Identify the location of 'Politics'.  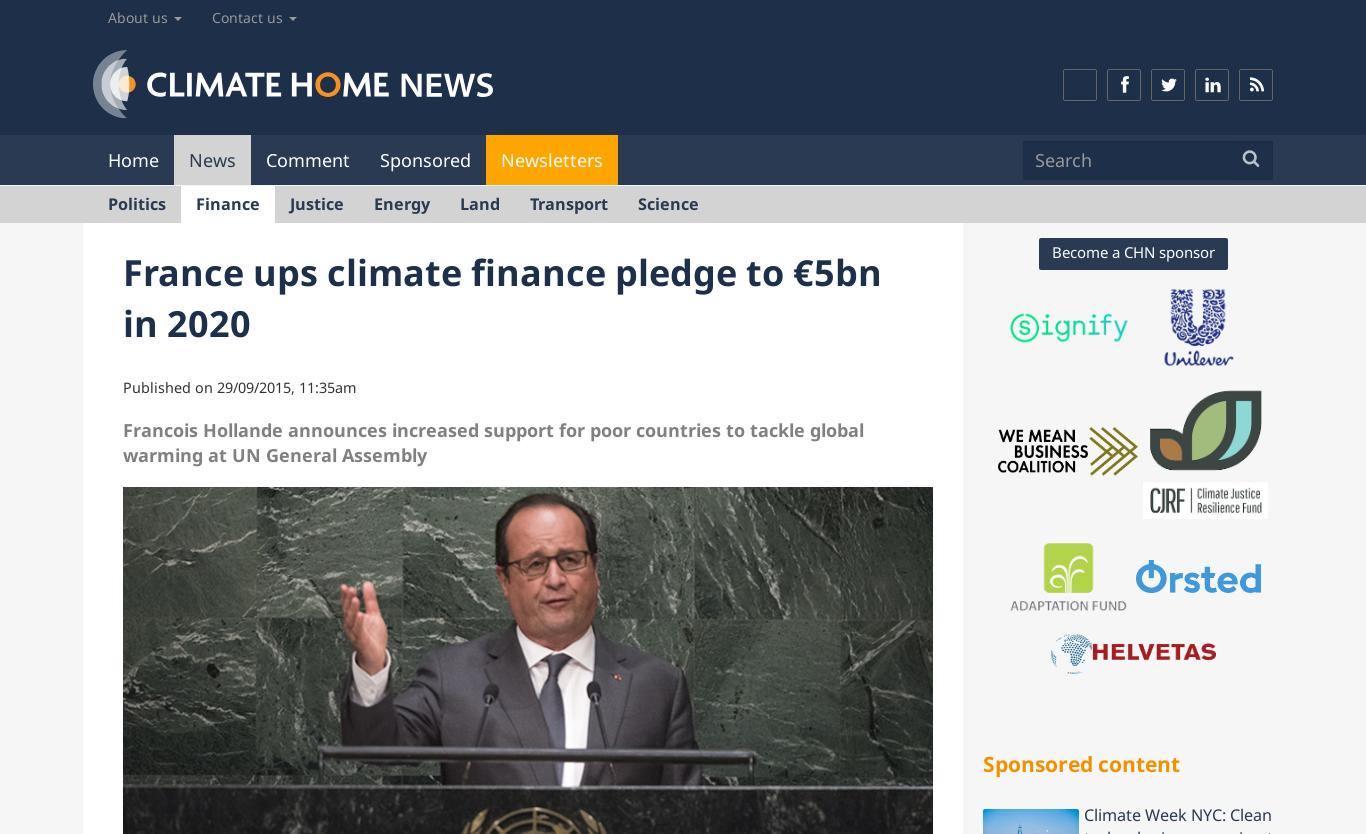
(136, 202).